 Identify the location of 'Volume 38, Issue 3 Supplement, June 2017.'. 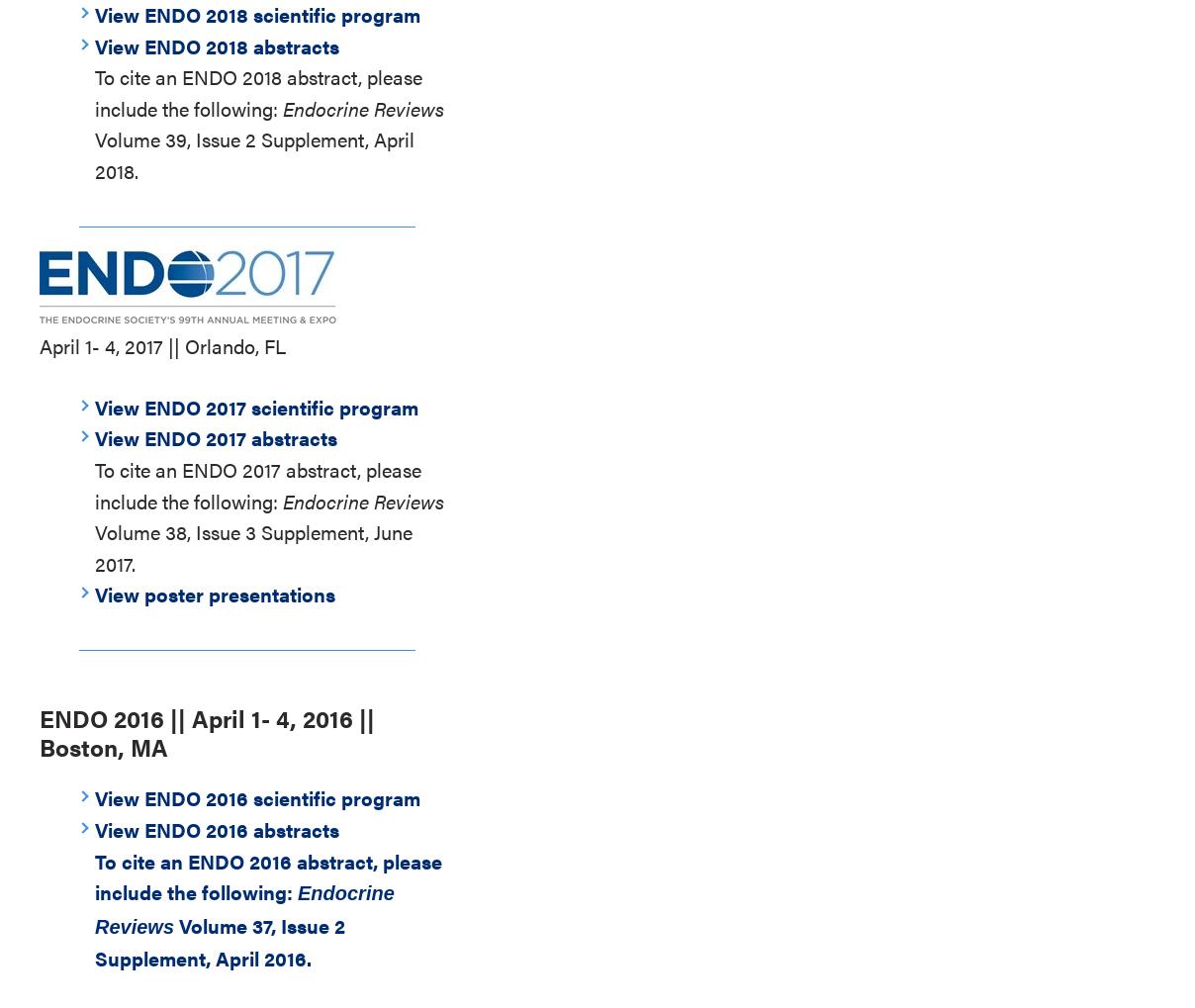
(253, 547).